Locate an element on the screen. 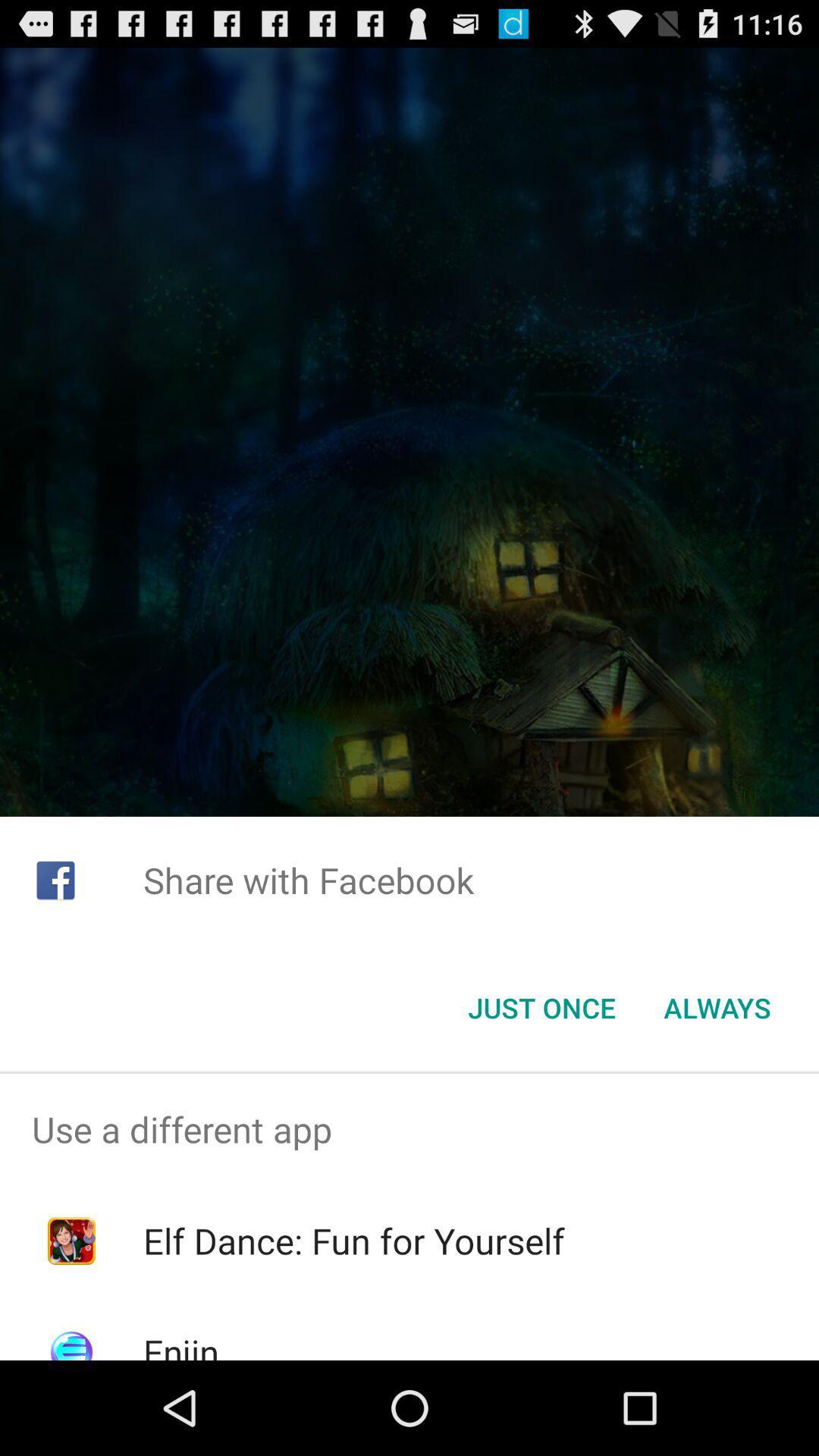 The height and width of the screenshot is (1456, 819). the icon to the left of always item is located at coordinates (541, 1008).